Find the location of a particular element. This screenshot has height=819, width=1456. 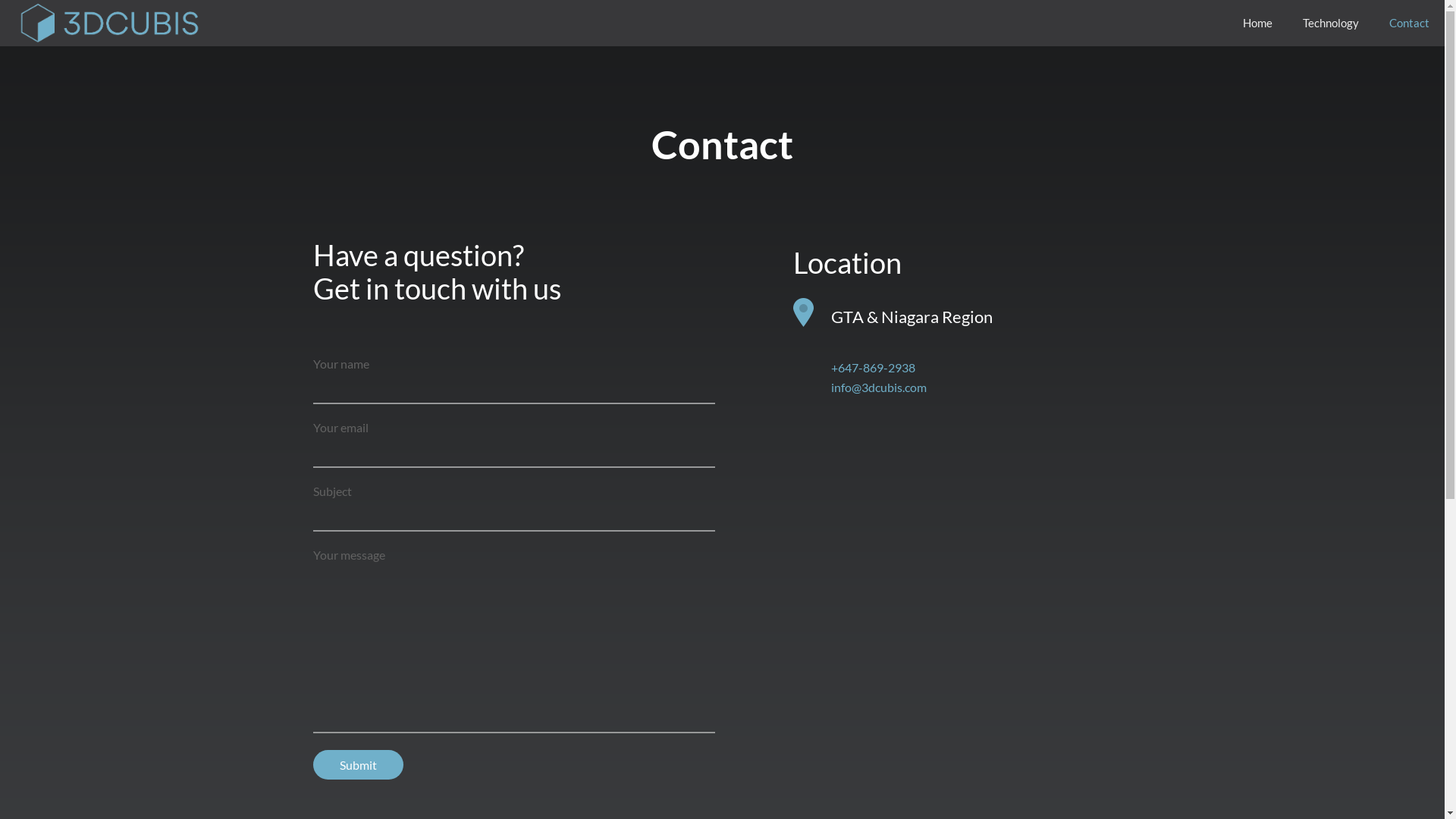

'Contact' is located at coordinates (1408, 23).